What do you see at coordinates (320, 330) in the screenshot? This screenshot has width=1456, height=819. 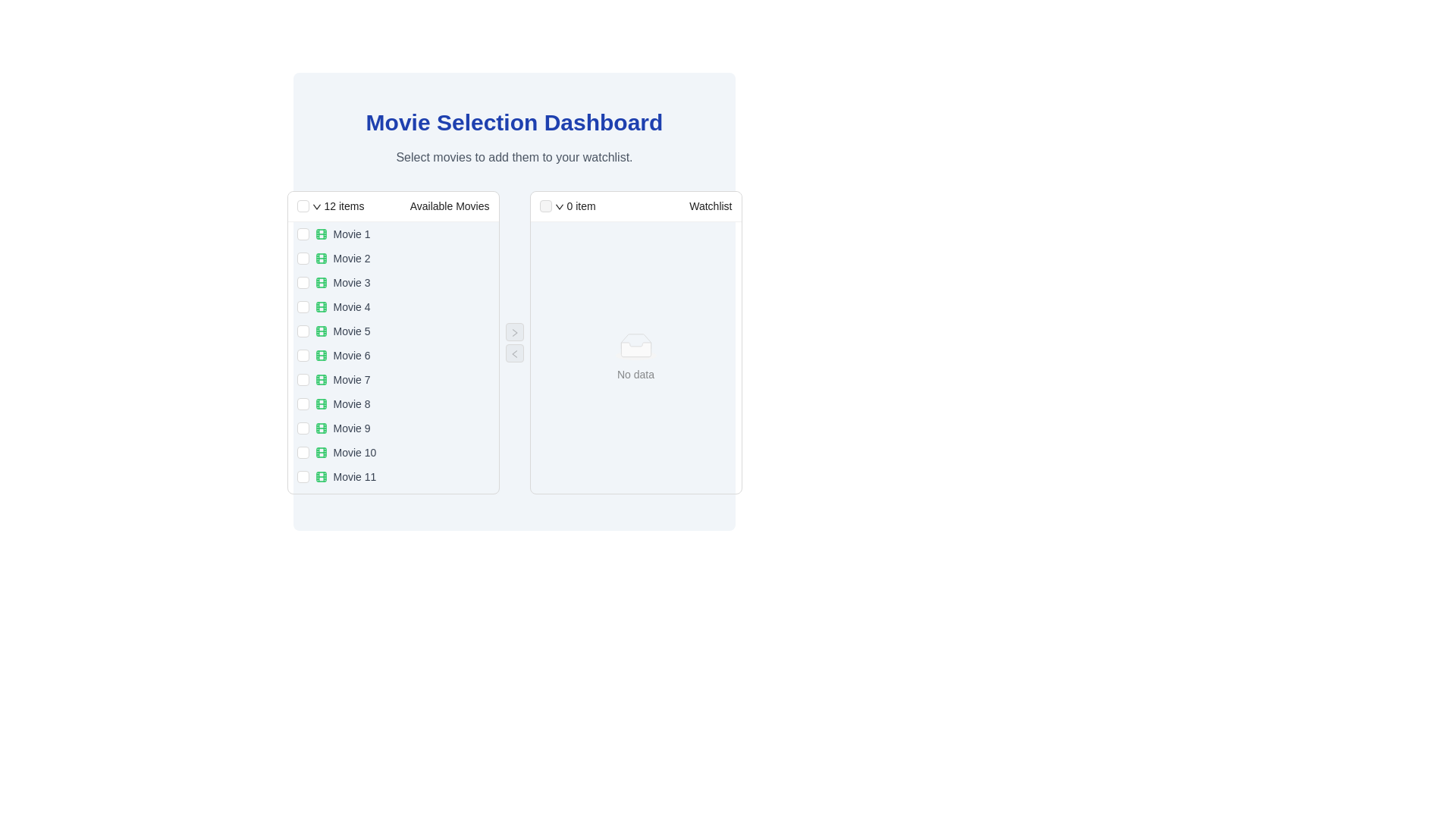 I see `the small, rounded rectangle graphical element representing the fifth movie in the list` at bounding box center [320, 330].